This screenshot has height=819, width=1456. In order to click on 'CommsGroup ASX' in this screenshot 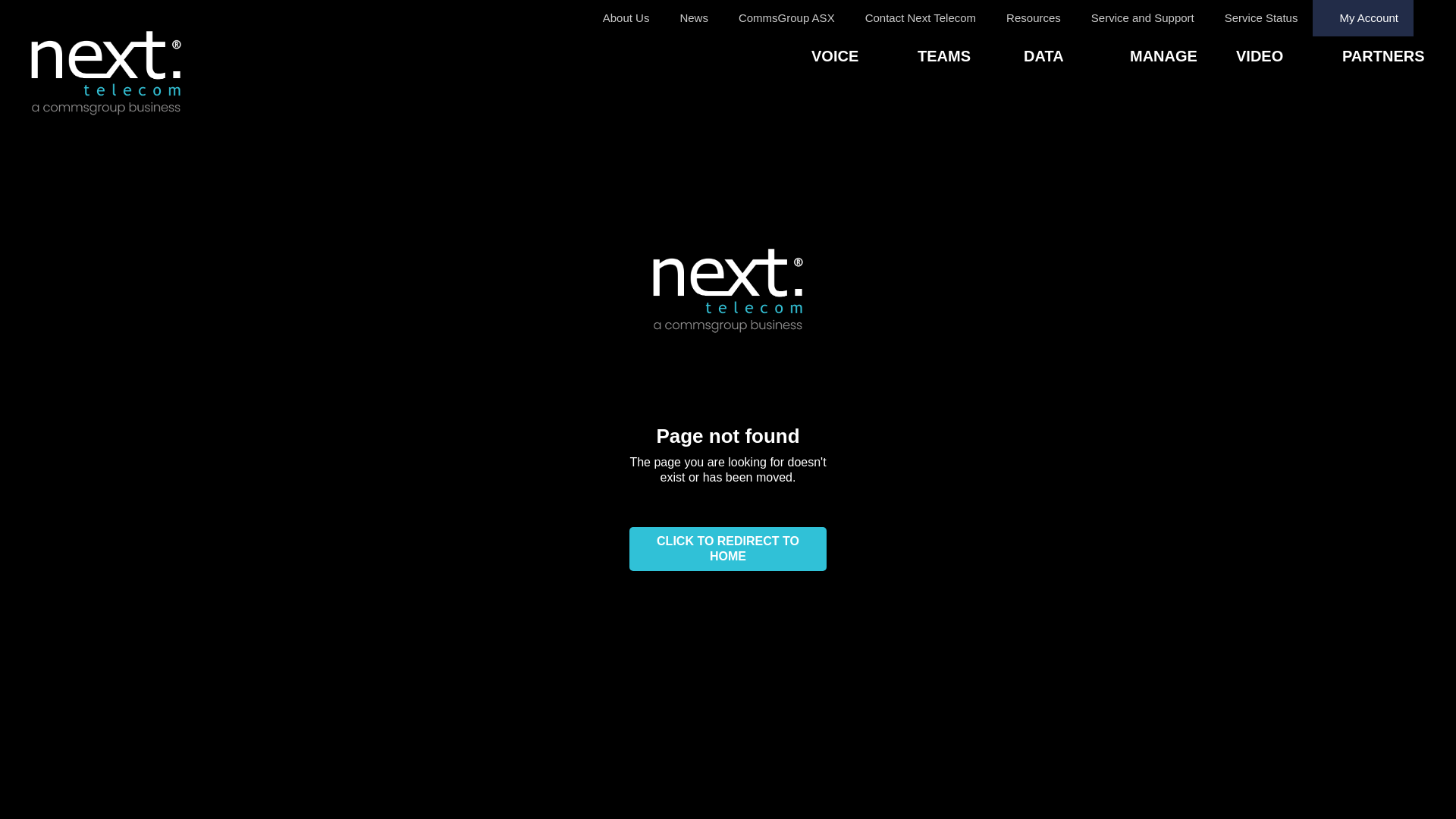, I will do `click(786, 17)`.